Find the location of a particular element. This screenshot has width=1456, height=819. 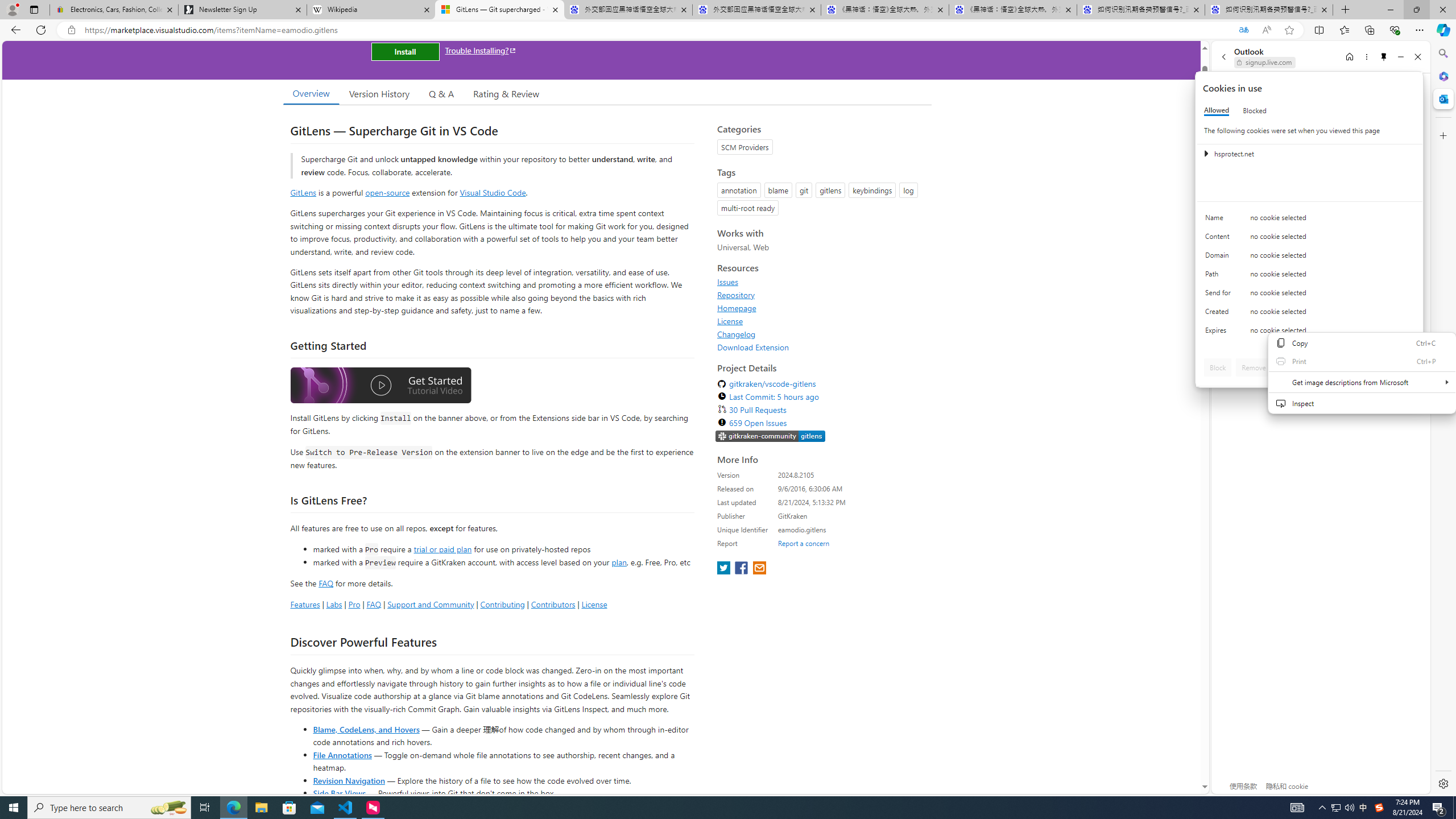

'Content' is located at coordinates (1219, 239).